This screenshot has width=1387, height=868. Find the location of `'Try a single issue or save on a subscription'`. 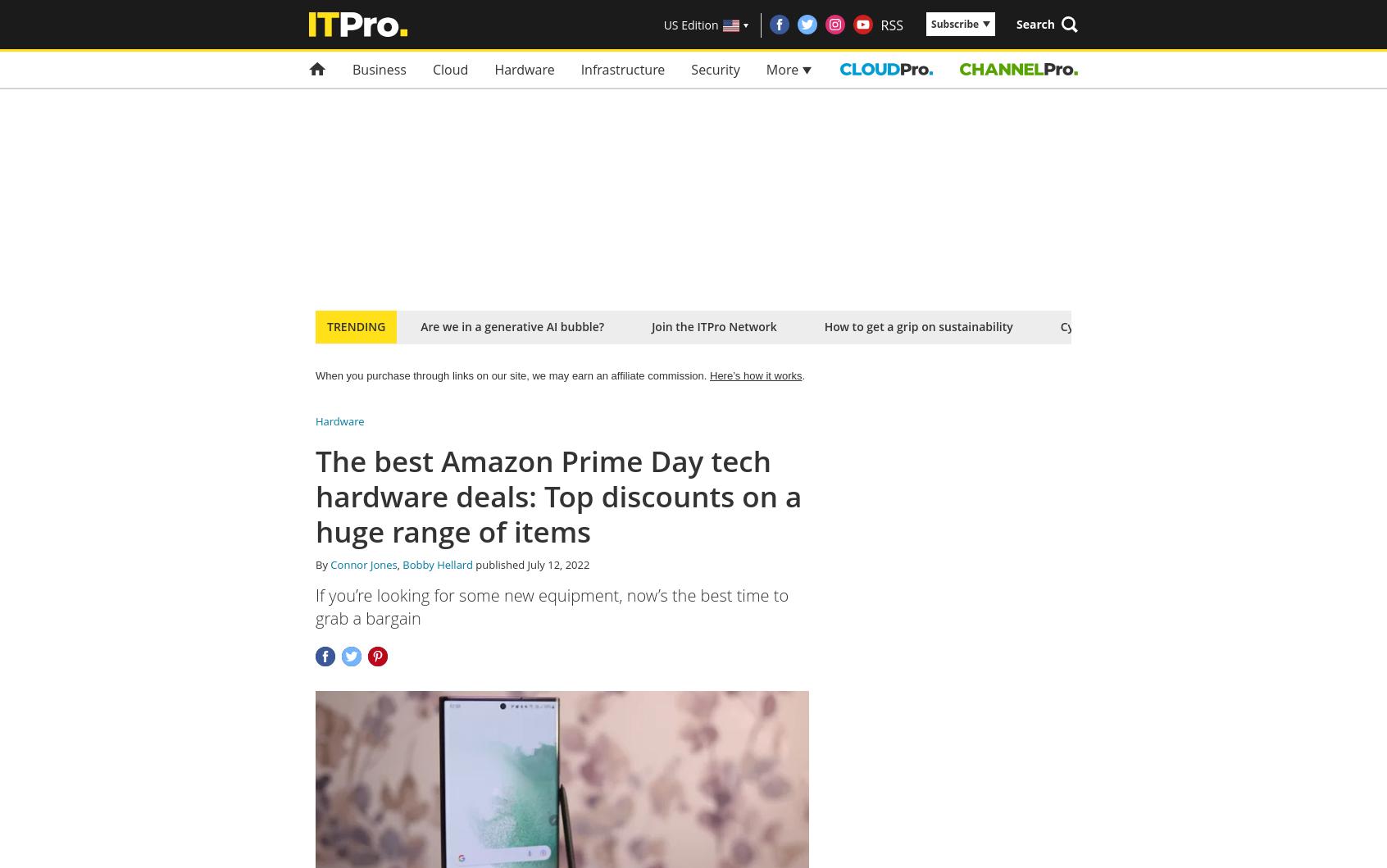

'Try a single issue or save on a subscription' is located at coordinates (670, 214).